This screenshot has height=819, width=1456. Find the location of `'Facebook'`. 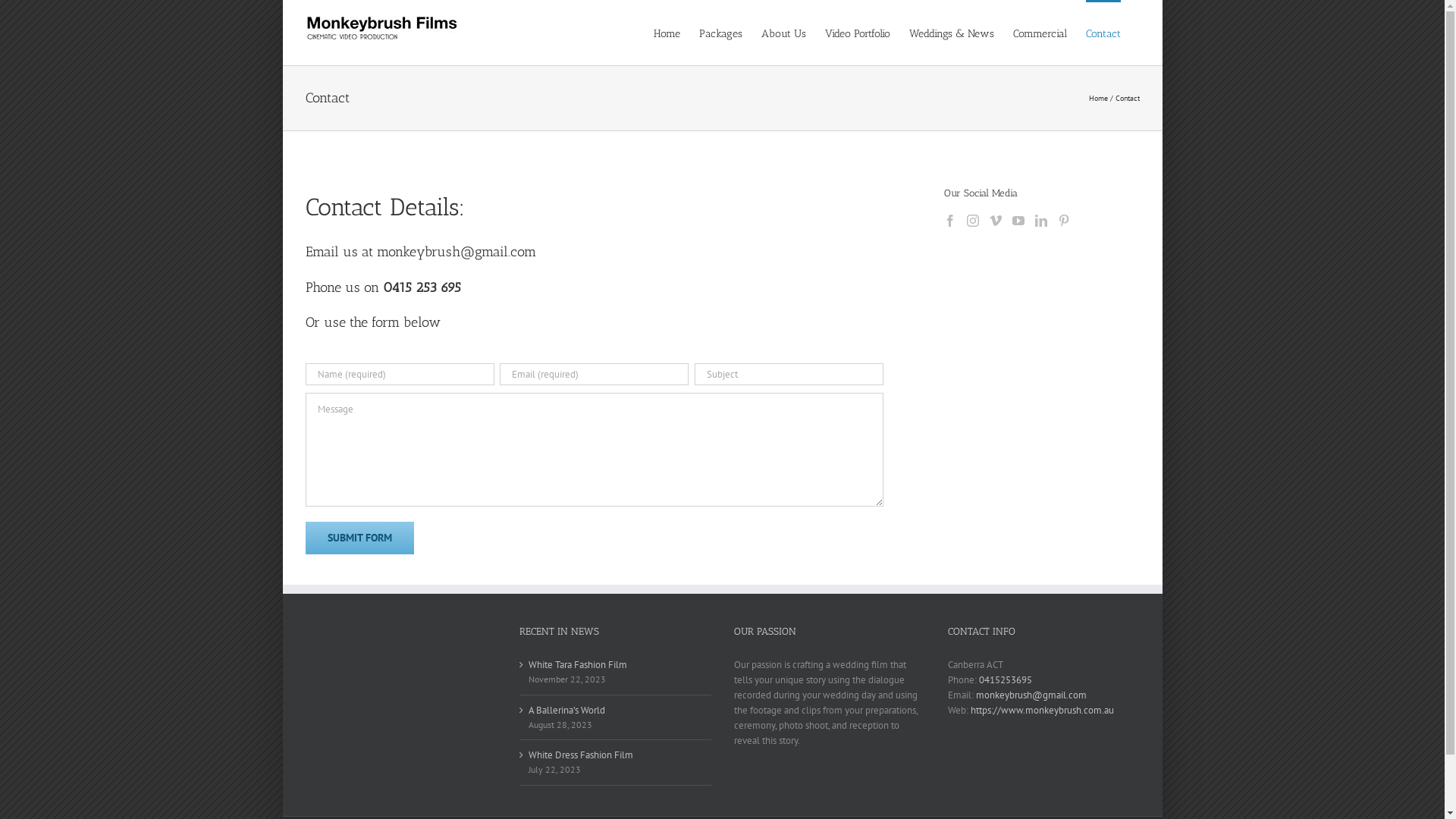

'Facebook' is located at coordinates (949, 220).